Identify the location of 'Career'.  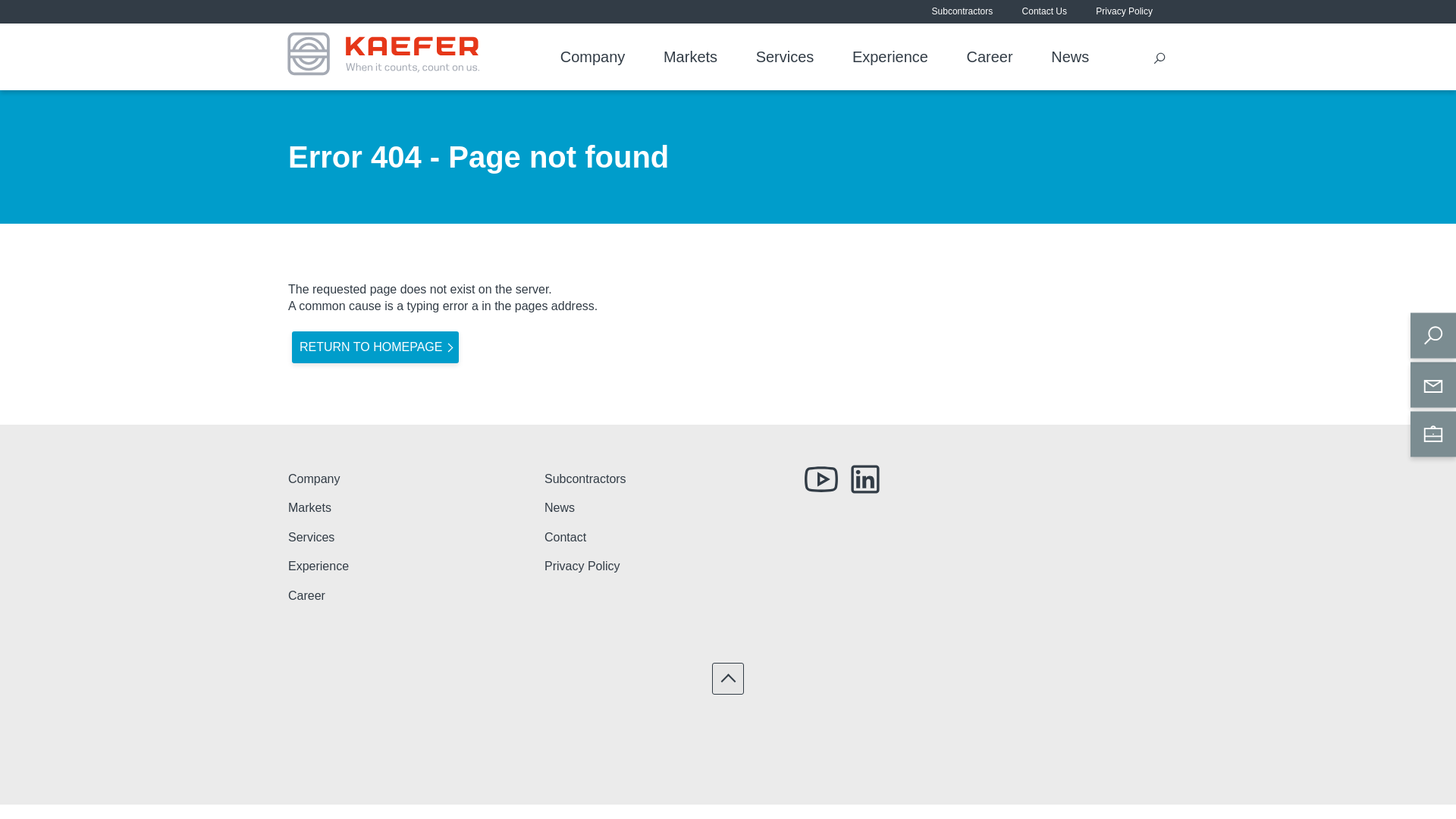
(306, 595).